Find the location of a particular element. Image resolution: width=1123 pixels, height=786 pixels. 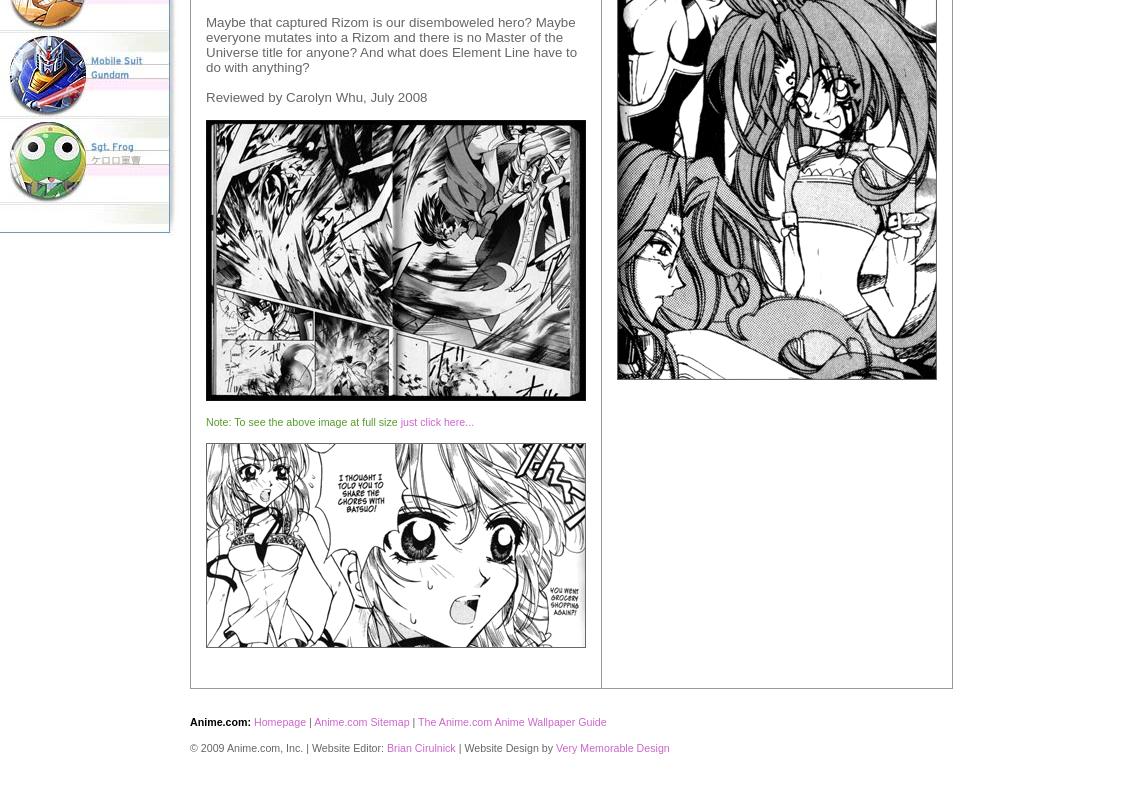

'Note: To see the above image at full size' is located at coordinates (301, 421).